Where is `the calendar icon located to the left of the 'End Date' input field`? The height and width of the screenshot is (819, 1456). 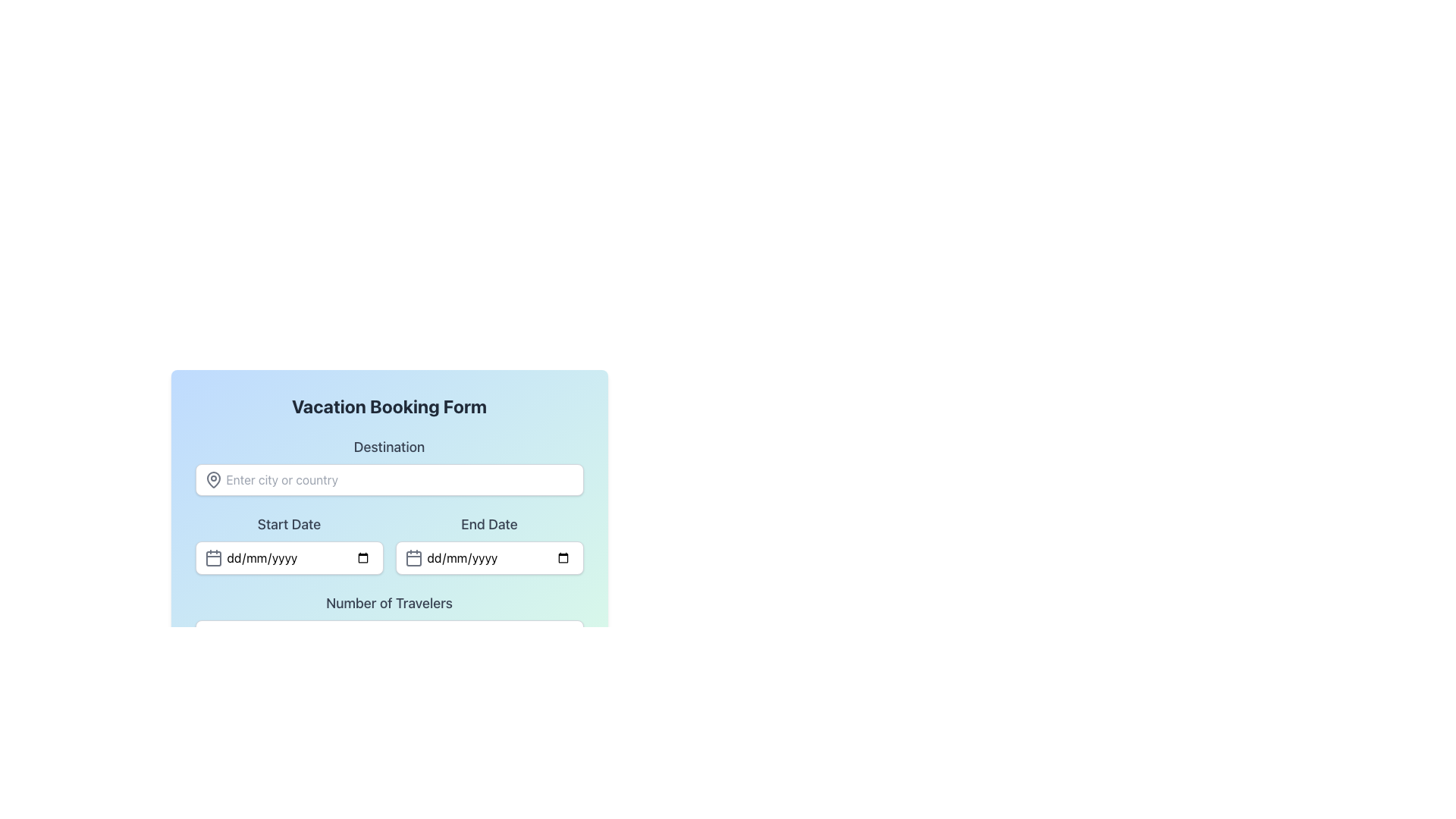 the calendar icon located to the left of the 'End Date' input field is located at coordinates (413, 558).